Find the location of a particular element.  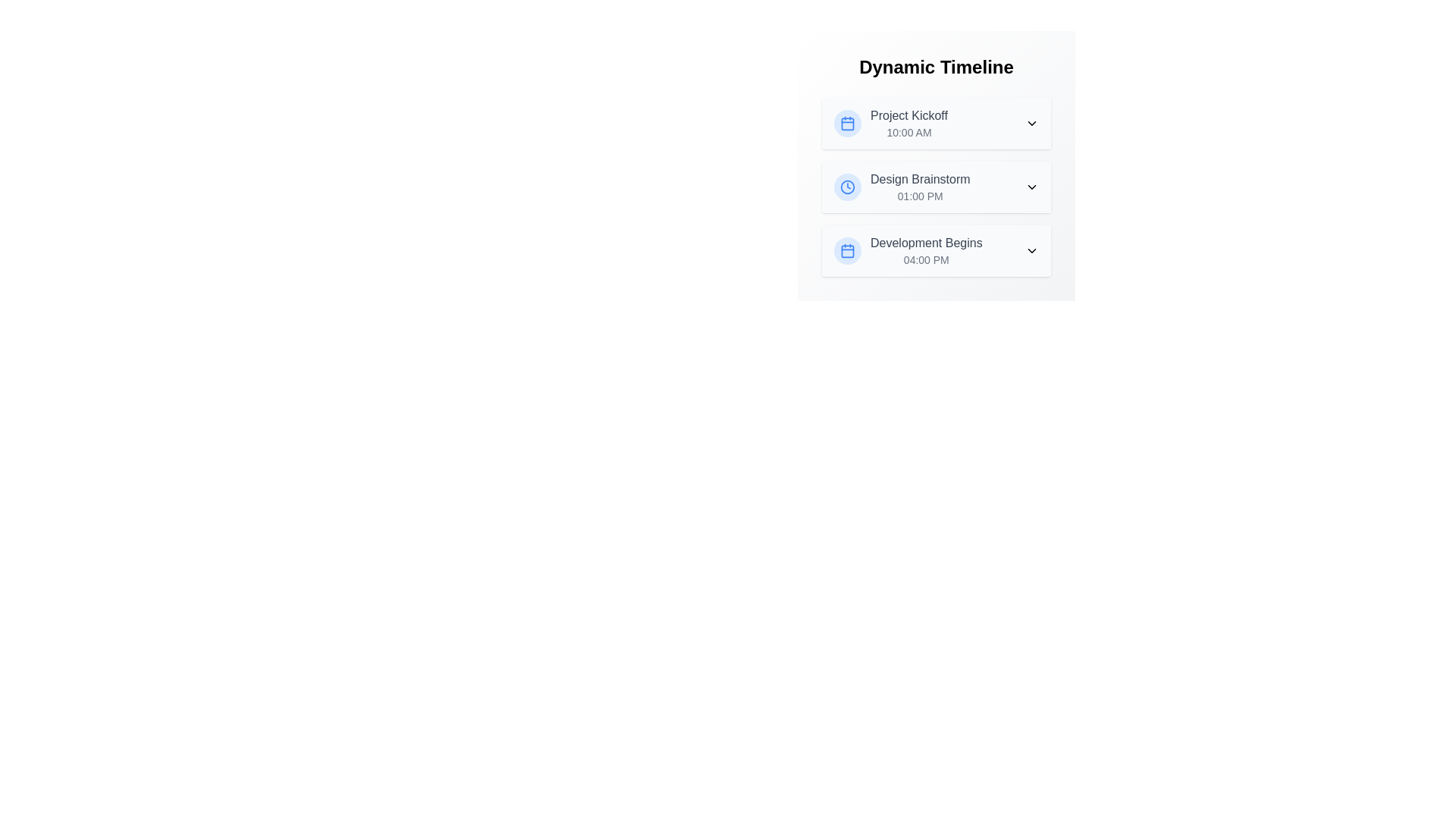

the calendar event icon for 'Project Kickoff' located to the left of the text 'Project Kickoff' and '10:00 AM' in the 'Dynamic Timeline' list is located at coordinates (847, 122).